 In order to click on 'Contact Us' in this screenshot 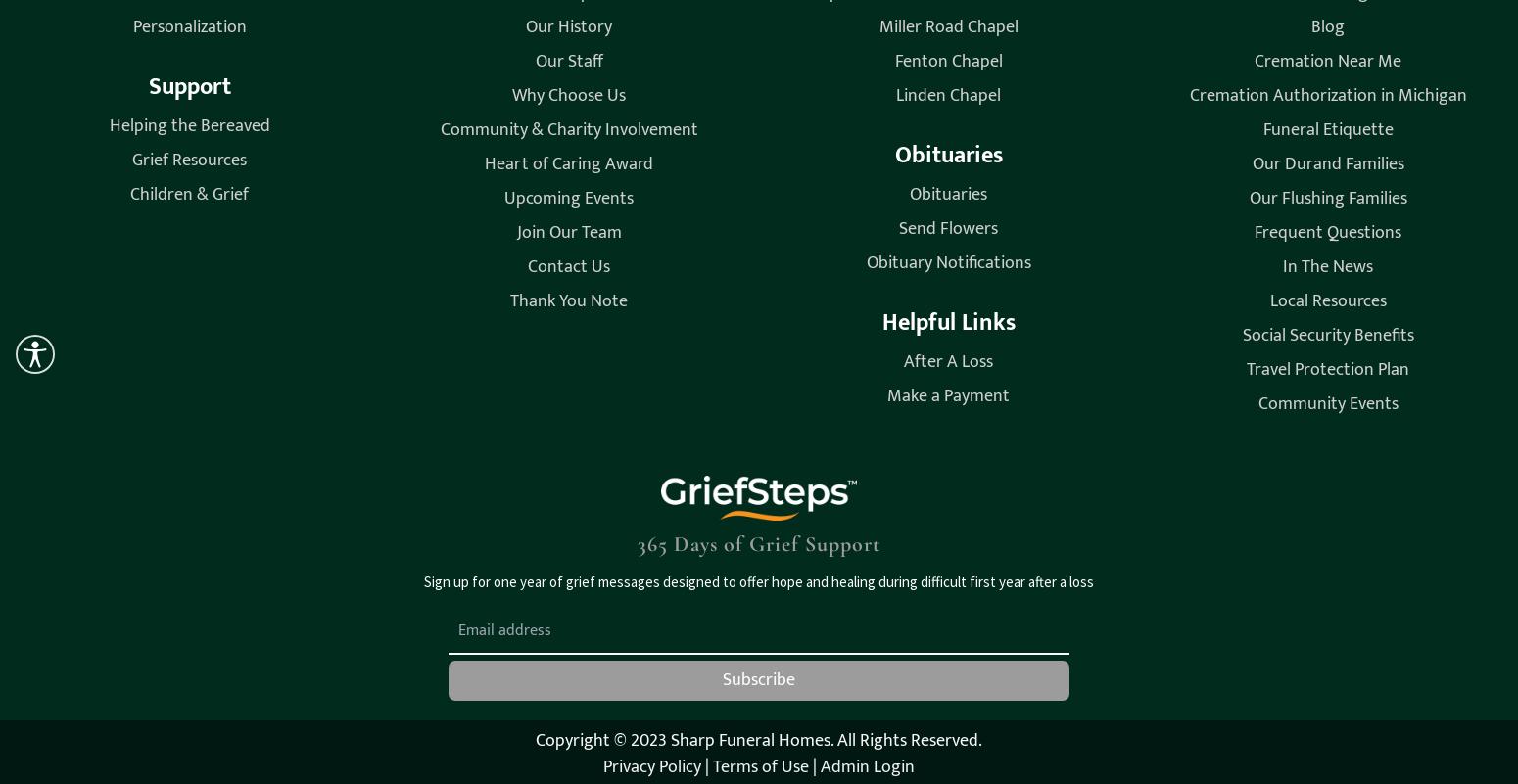, I will do `click(568, 265)`.